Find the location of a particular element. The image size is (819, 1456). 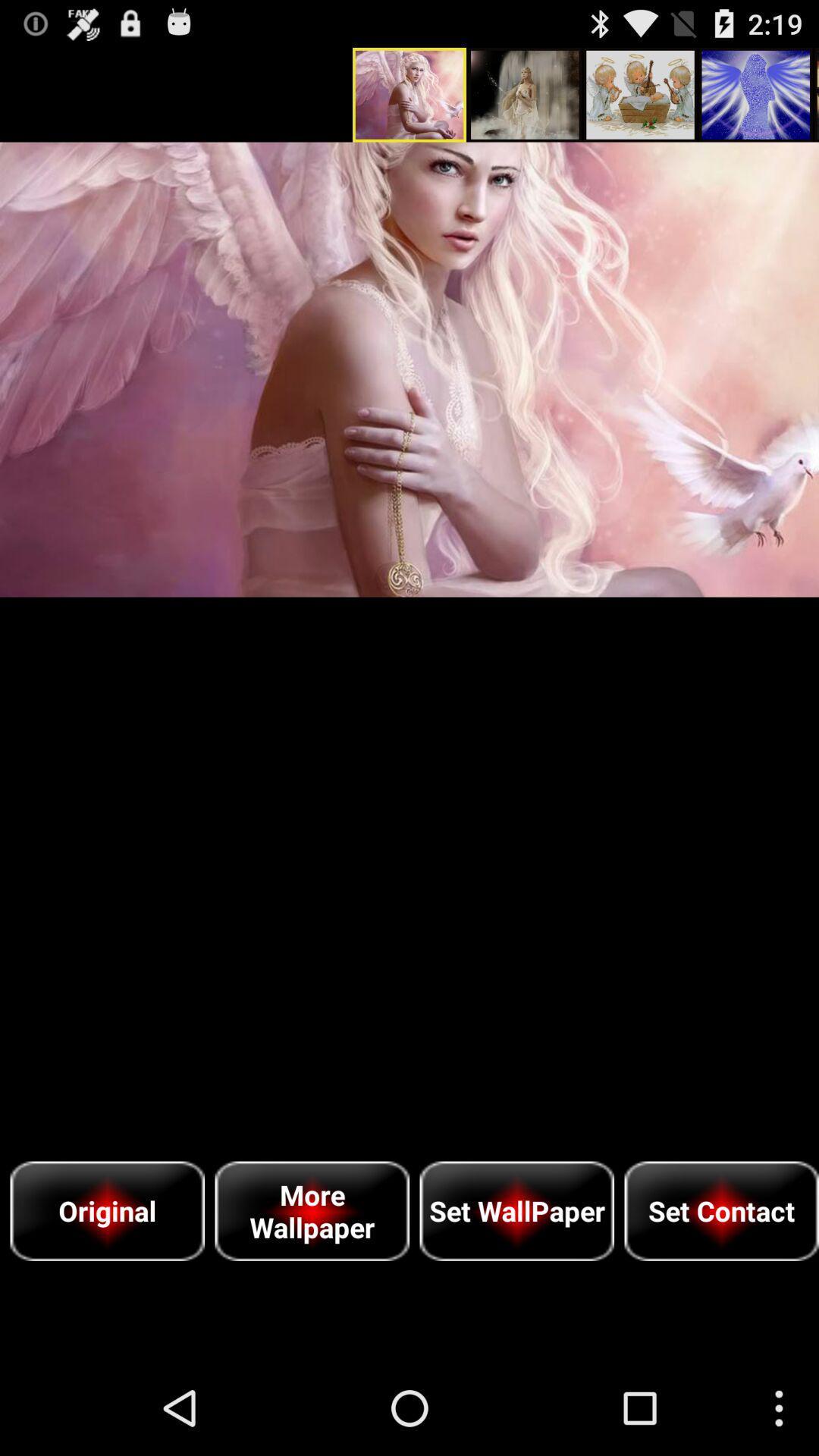

the set wallpaper icon is located at coordinates (516, 1210).